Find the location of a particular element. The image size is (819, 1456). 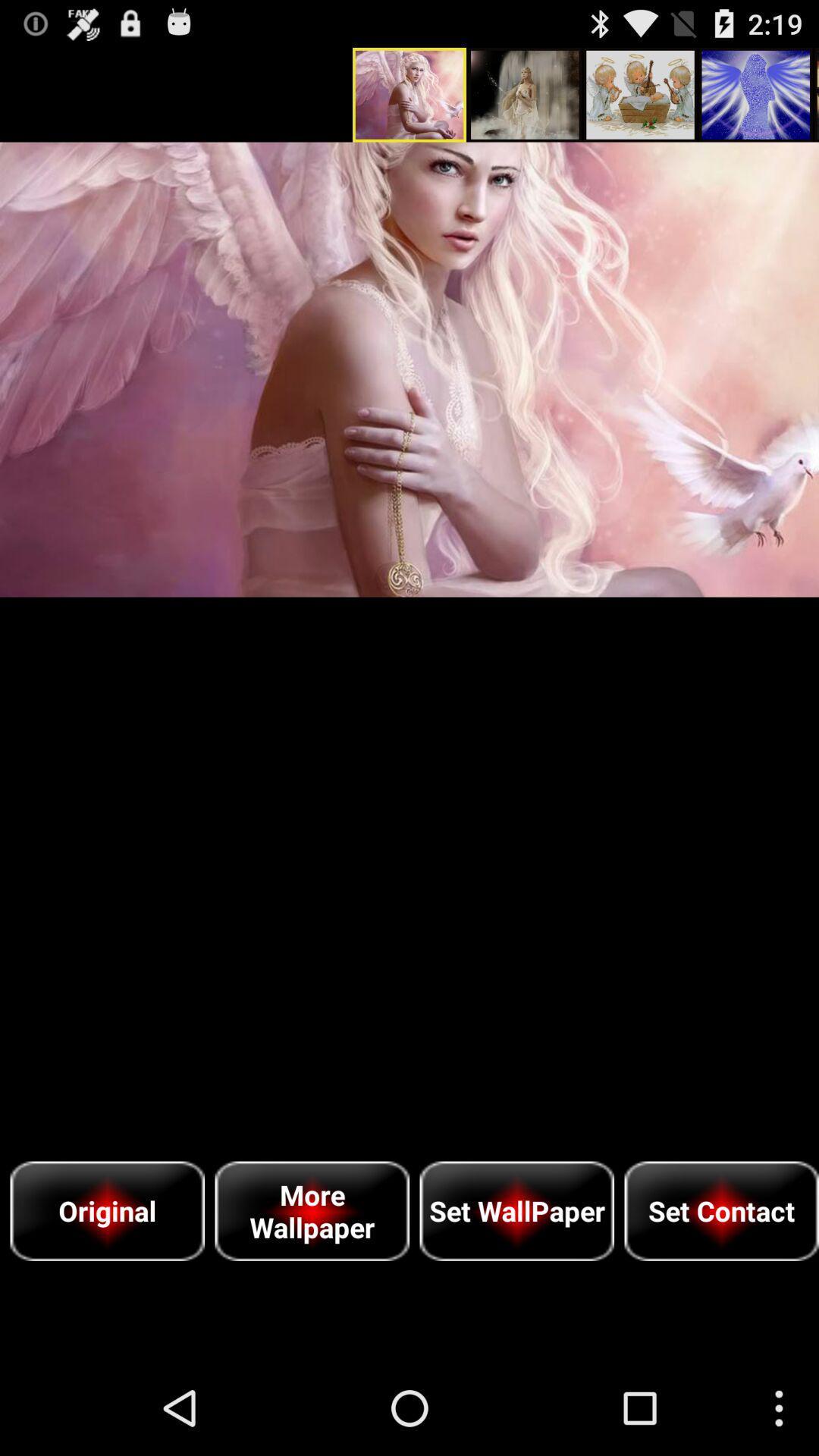

the set wallpaper icon is located at coordinates (516, 1210).